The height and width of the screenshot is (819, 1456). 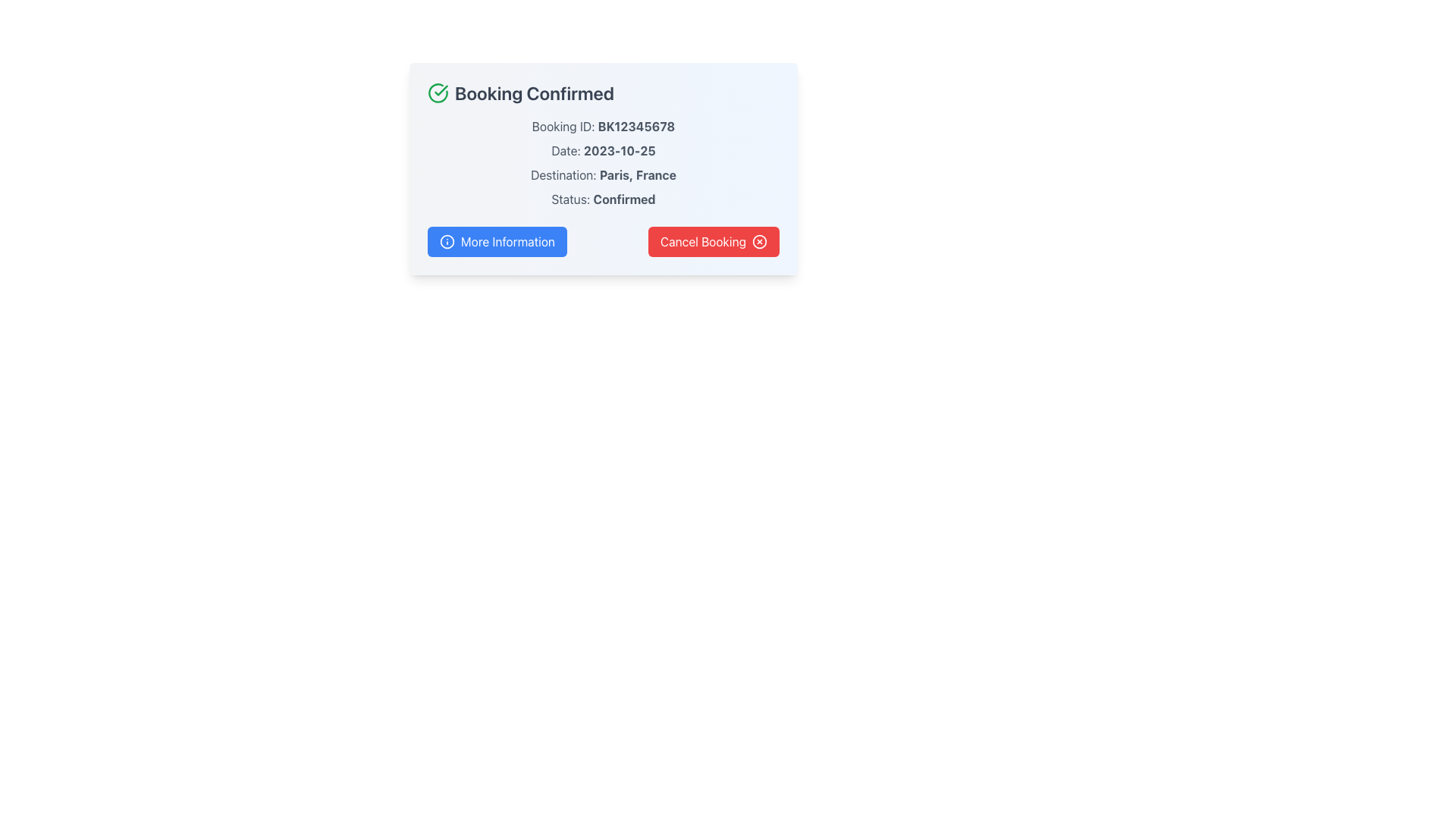 What do you see at coordinates (603, 93) in the screenshot?
I see `the Header Text with Icon that confirms the booking status, located at the top left of the card` at bounding box center [603, 93].